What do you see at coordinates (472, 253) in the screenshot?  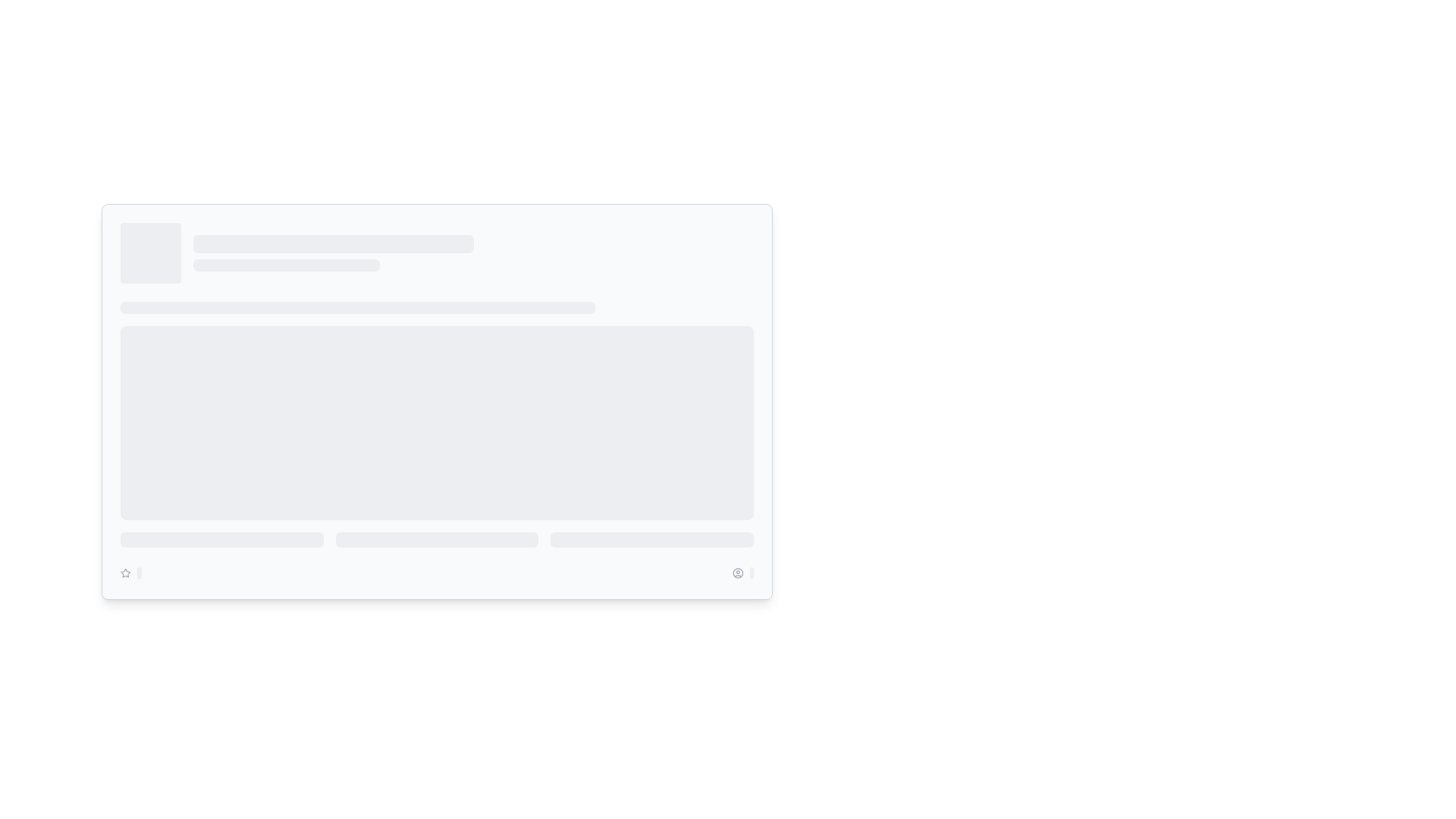 I see `the Placeholder component with loading animation, which consists of two horizontal bars stacked vertically, where the upper bar is longer and both bars have a gray color and pulsating animation` at bounding box center [472, 253].